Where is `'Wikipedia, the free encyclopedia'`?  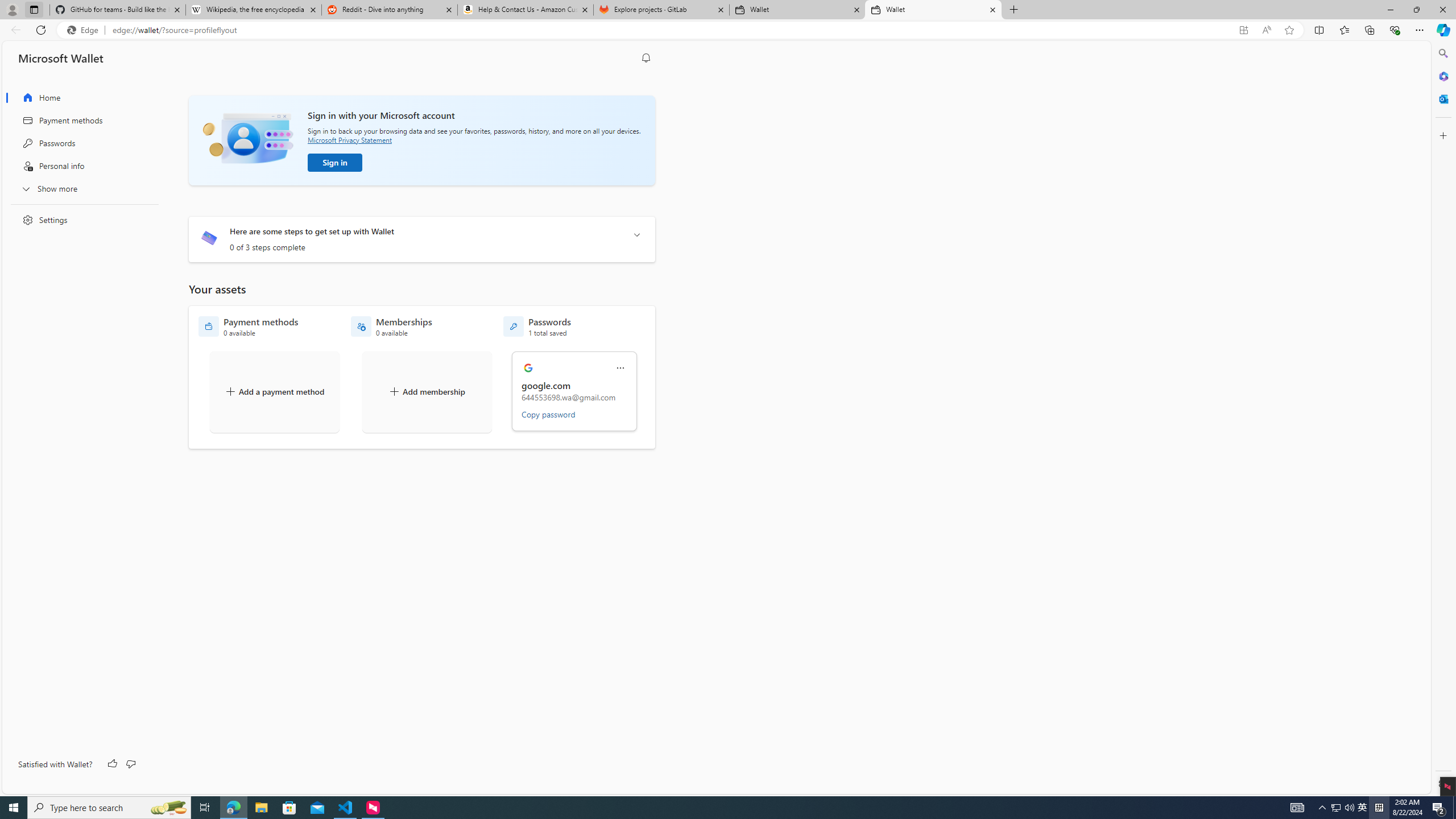 'Wikipedia, the free encyclopedia' is located at coordinates (253, 9).